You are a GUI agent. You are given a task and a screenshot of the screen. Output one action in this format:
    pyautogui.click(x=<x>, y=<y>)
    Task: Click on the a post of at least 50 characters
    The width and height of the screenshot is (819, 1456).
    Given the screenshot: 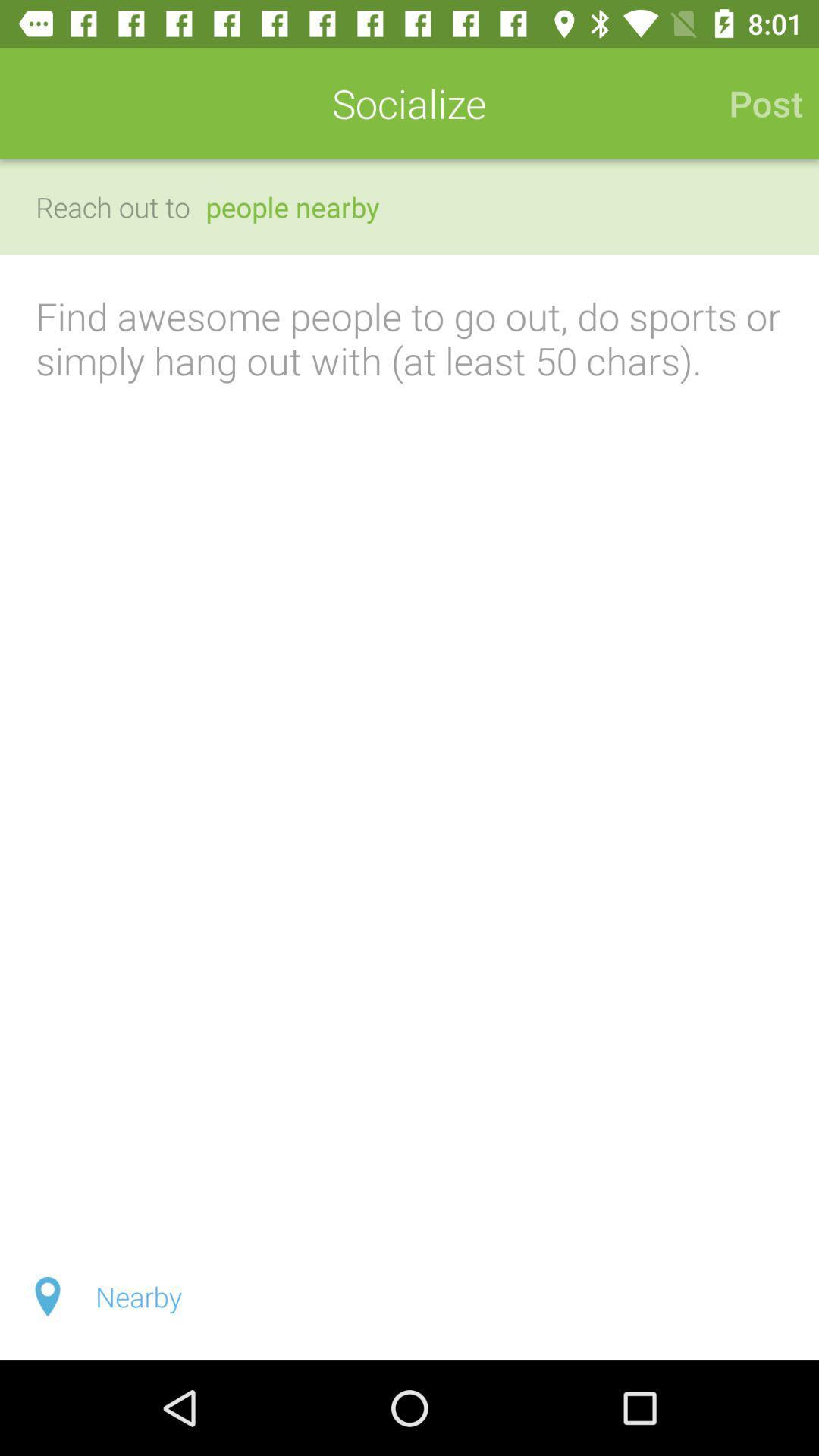 What is the action you would take?
    pyautogui.click(x=409, y=743)
    